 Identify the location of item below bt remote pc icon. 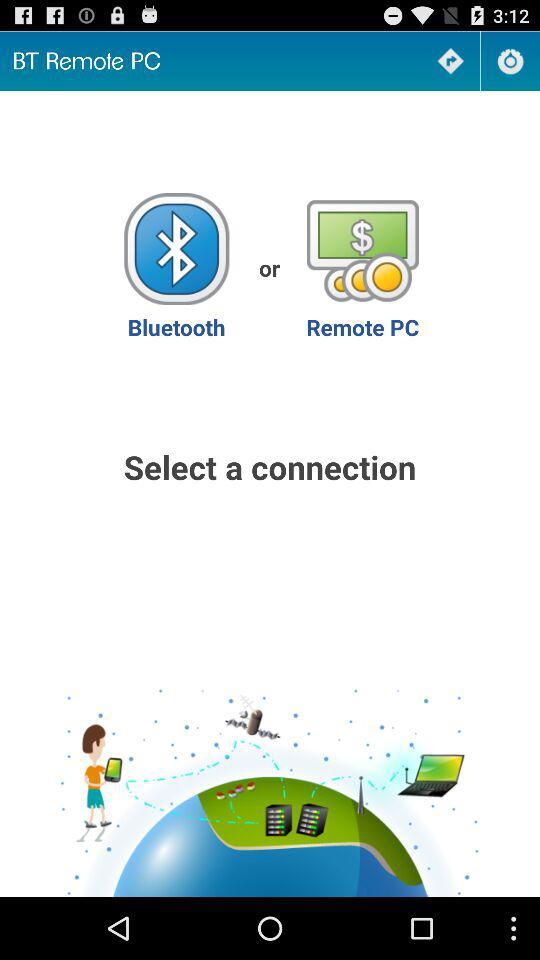
(176, 266).